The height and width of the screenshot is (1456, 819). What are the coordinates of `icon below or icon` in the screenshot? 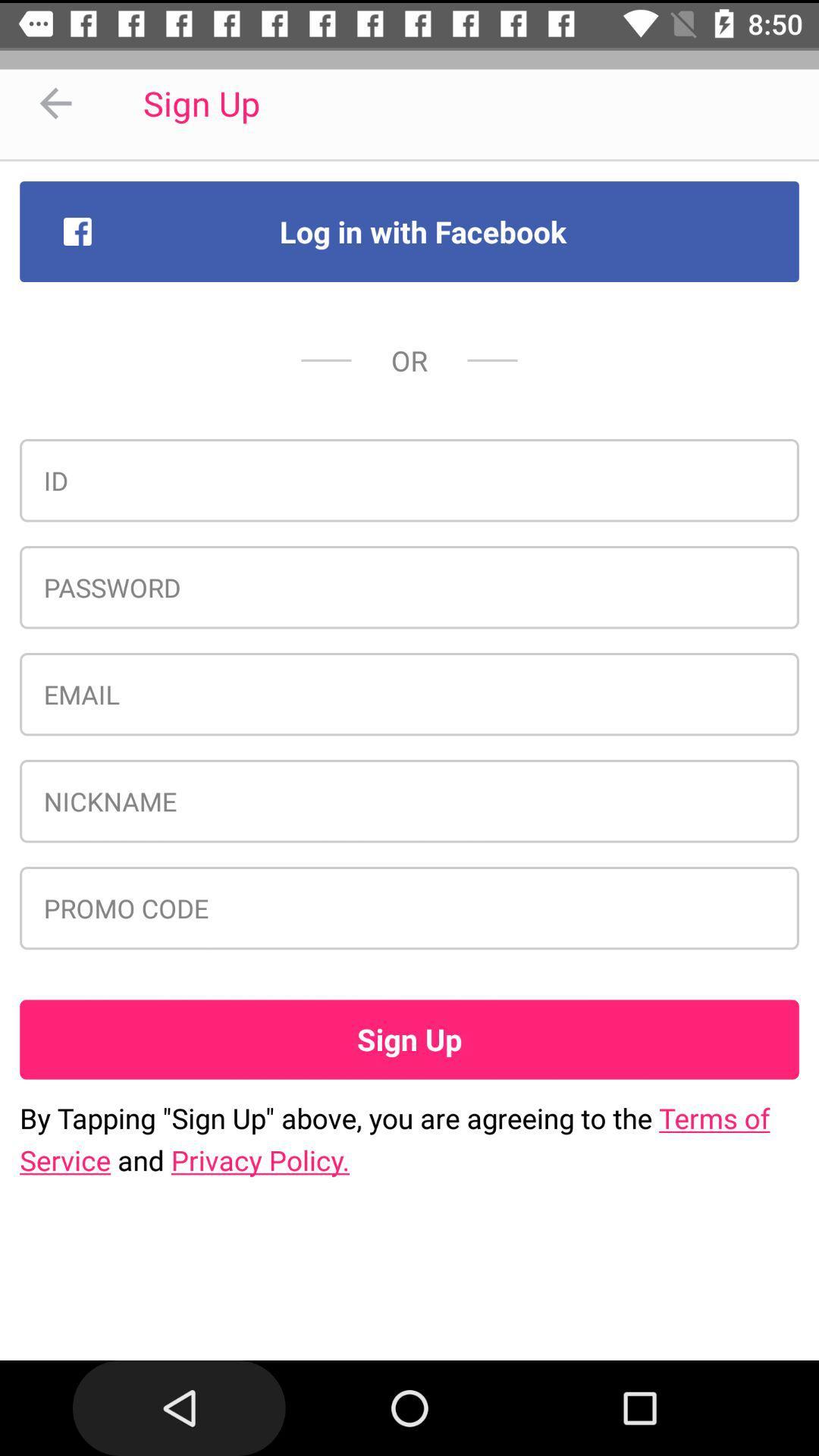 It's located at (409, 479).